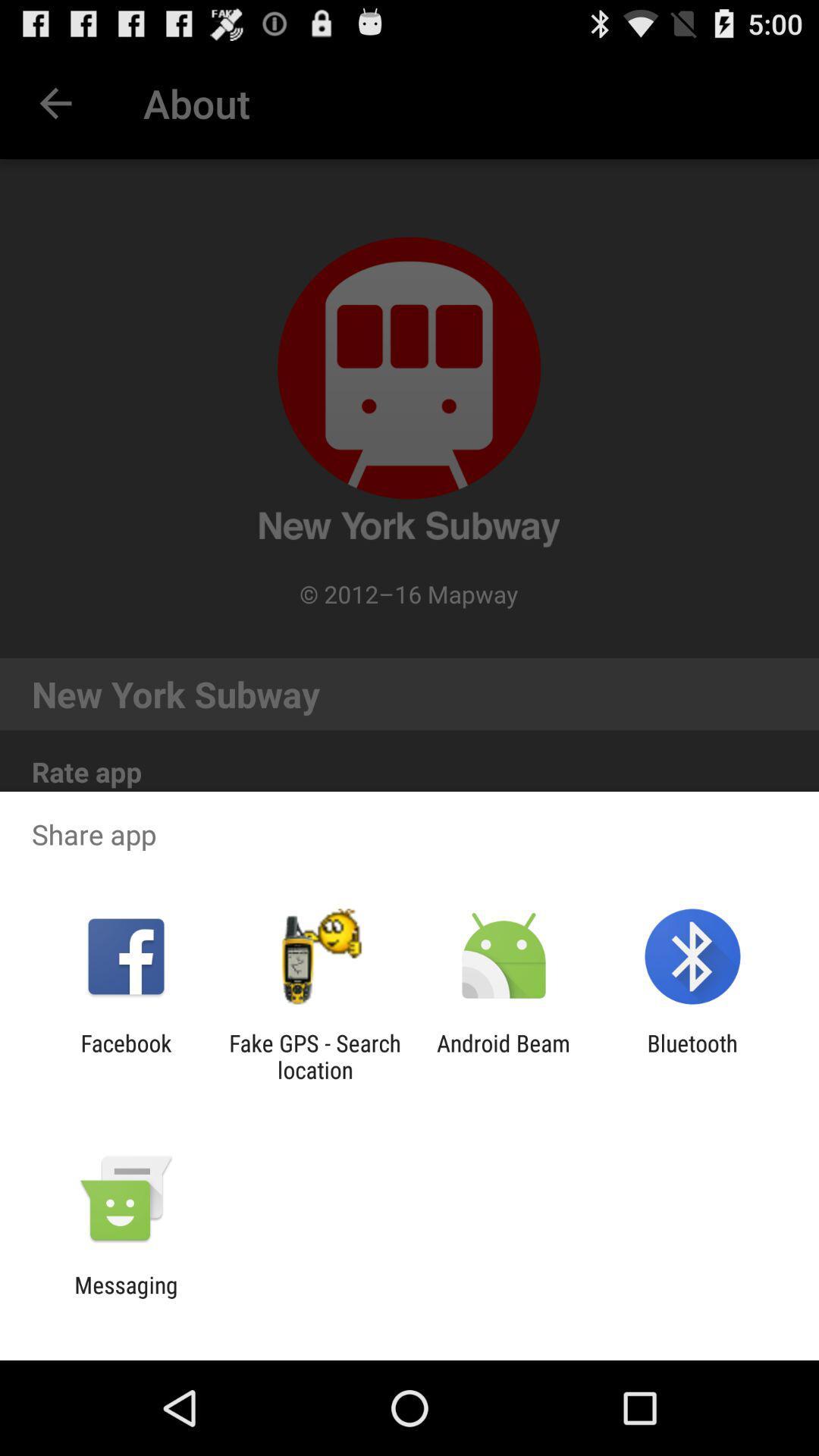  Describe the element at coordinates (692, 1056) in the screenshot. I see `the bluetooth item` at that location.